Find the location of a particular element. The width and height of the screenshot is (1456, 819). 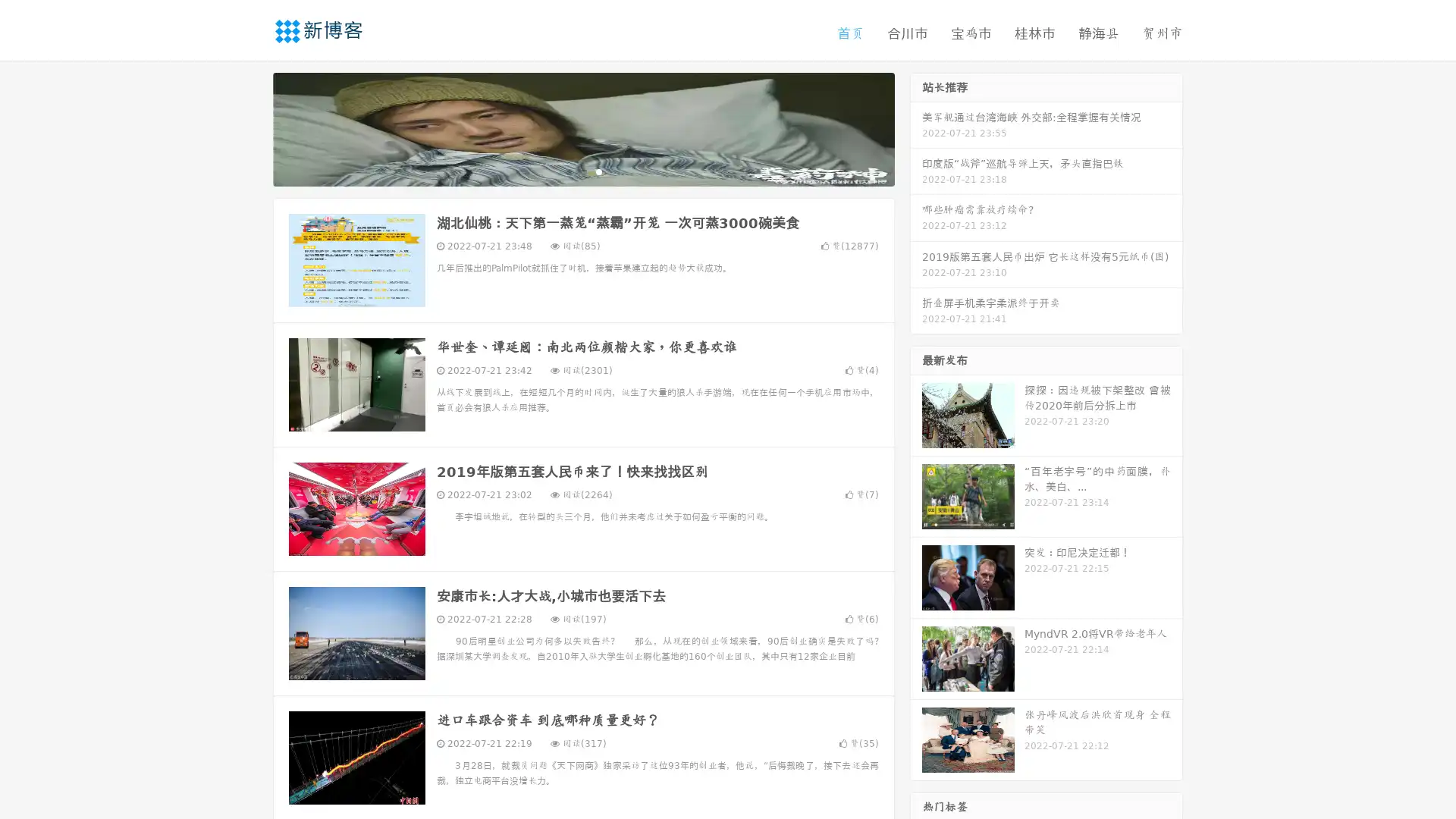

Next slide is located at coordinates (916, 127).